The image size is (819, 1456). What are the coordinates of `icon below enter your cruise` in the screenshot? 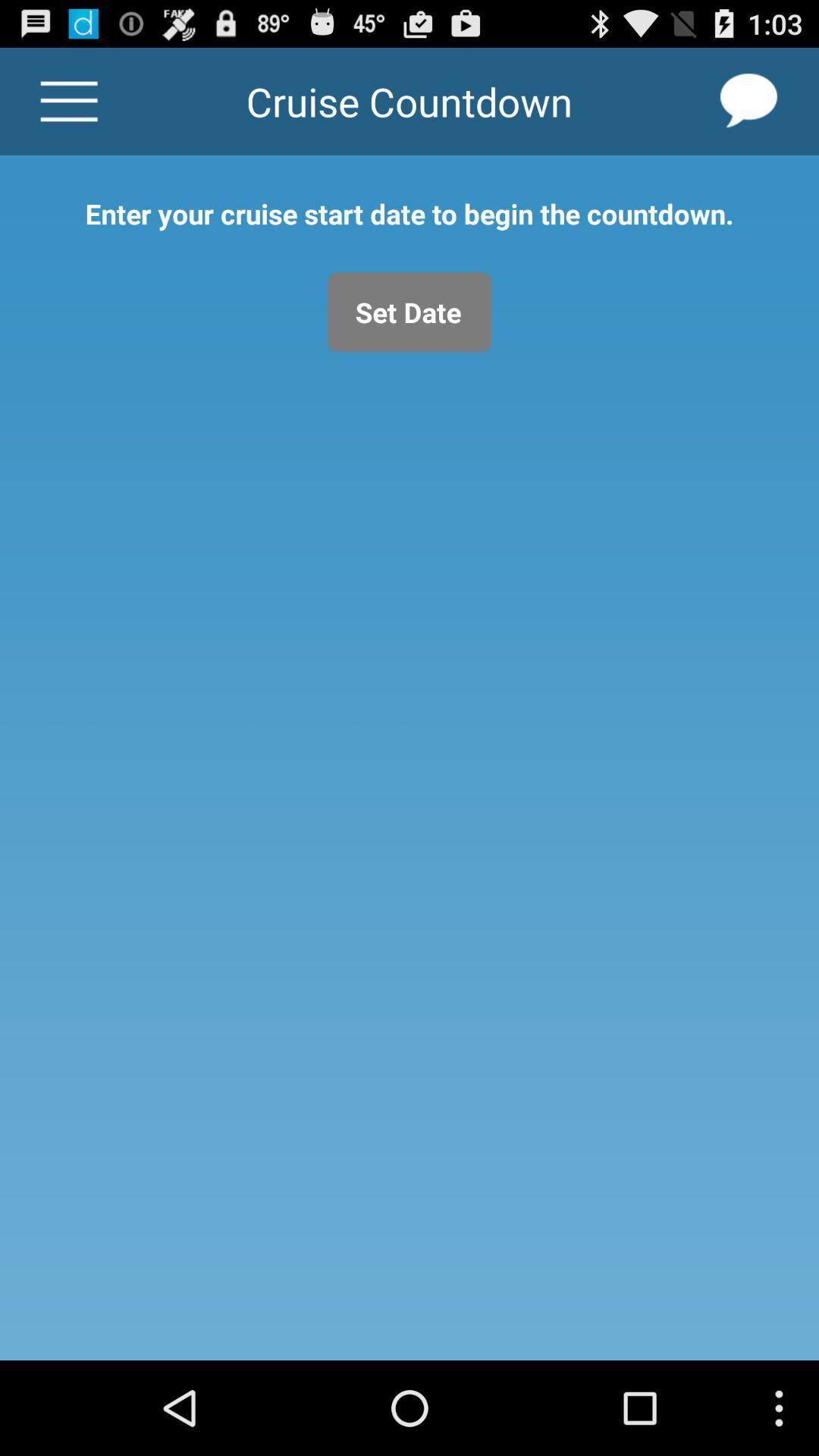 It's located at (409, 311).